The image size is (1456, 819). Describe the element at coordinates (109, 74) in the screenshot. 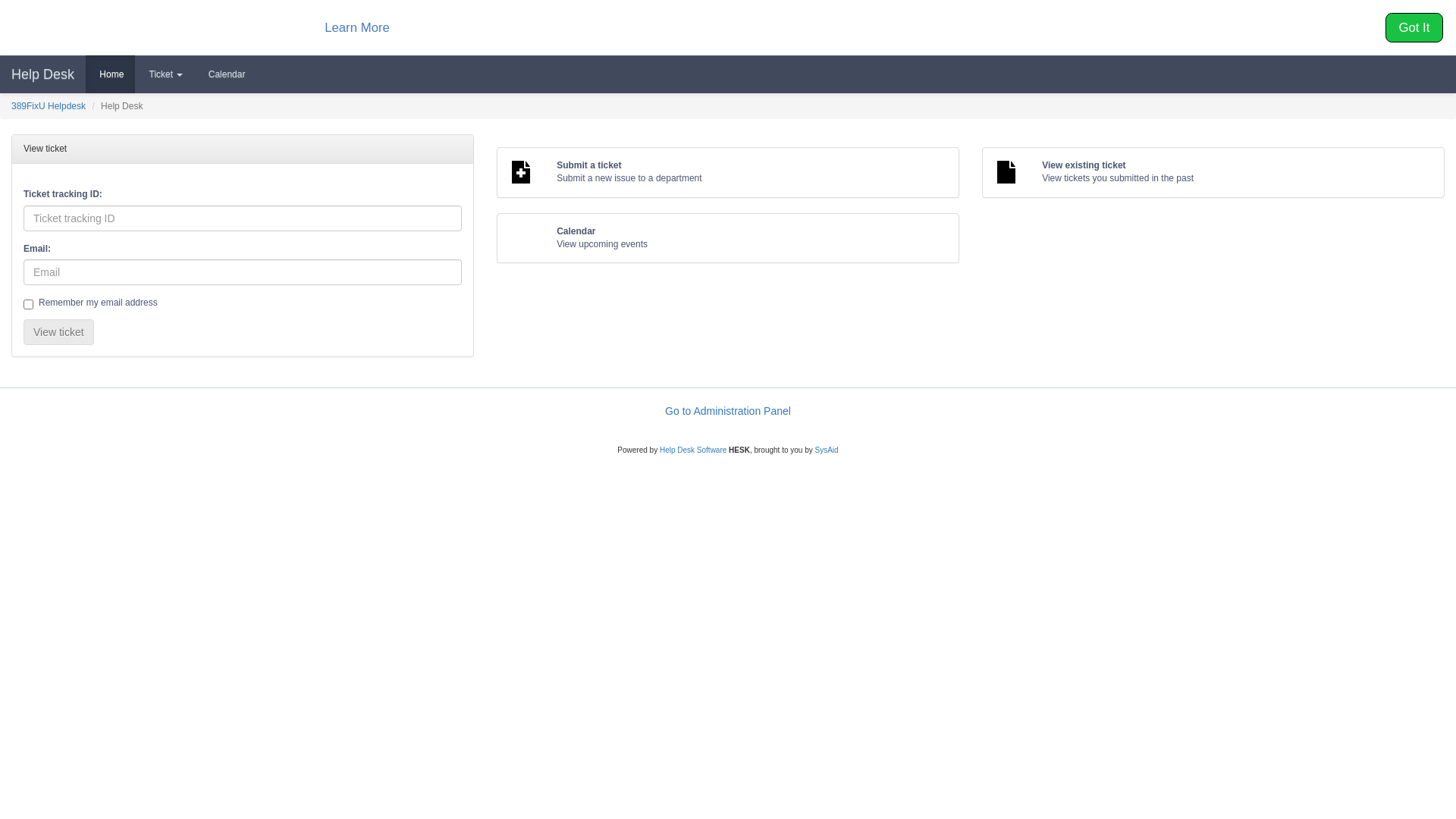

I see `' Home'` at that location.